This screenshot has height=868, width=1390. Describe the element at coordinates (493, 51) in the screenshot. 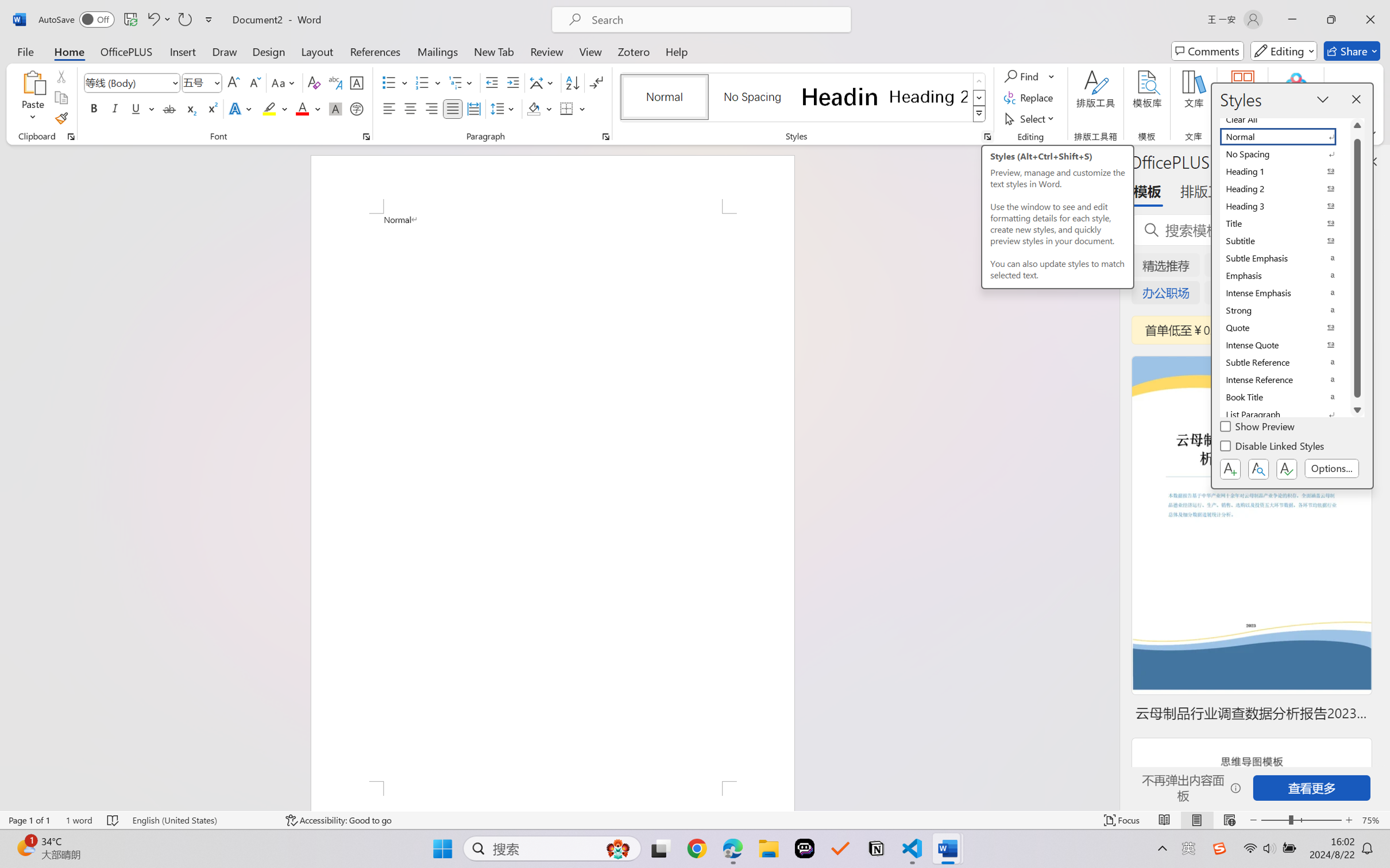

I see `'New Tab'` at that location.